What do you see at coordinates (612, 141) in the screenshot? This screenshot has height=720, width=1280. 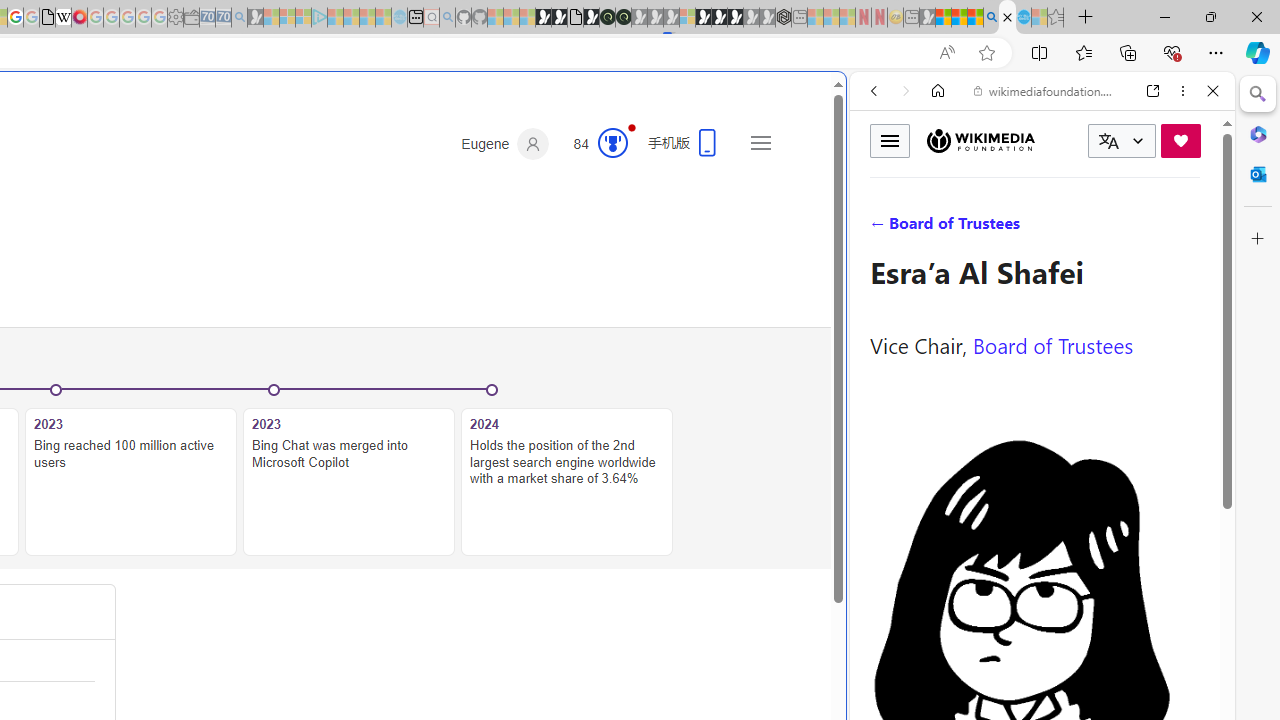 I see `'AutomationID: rh_meter'` at bounding box center [612, 141].